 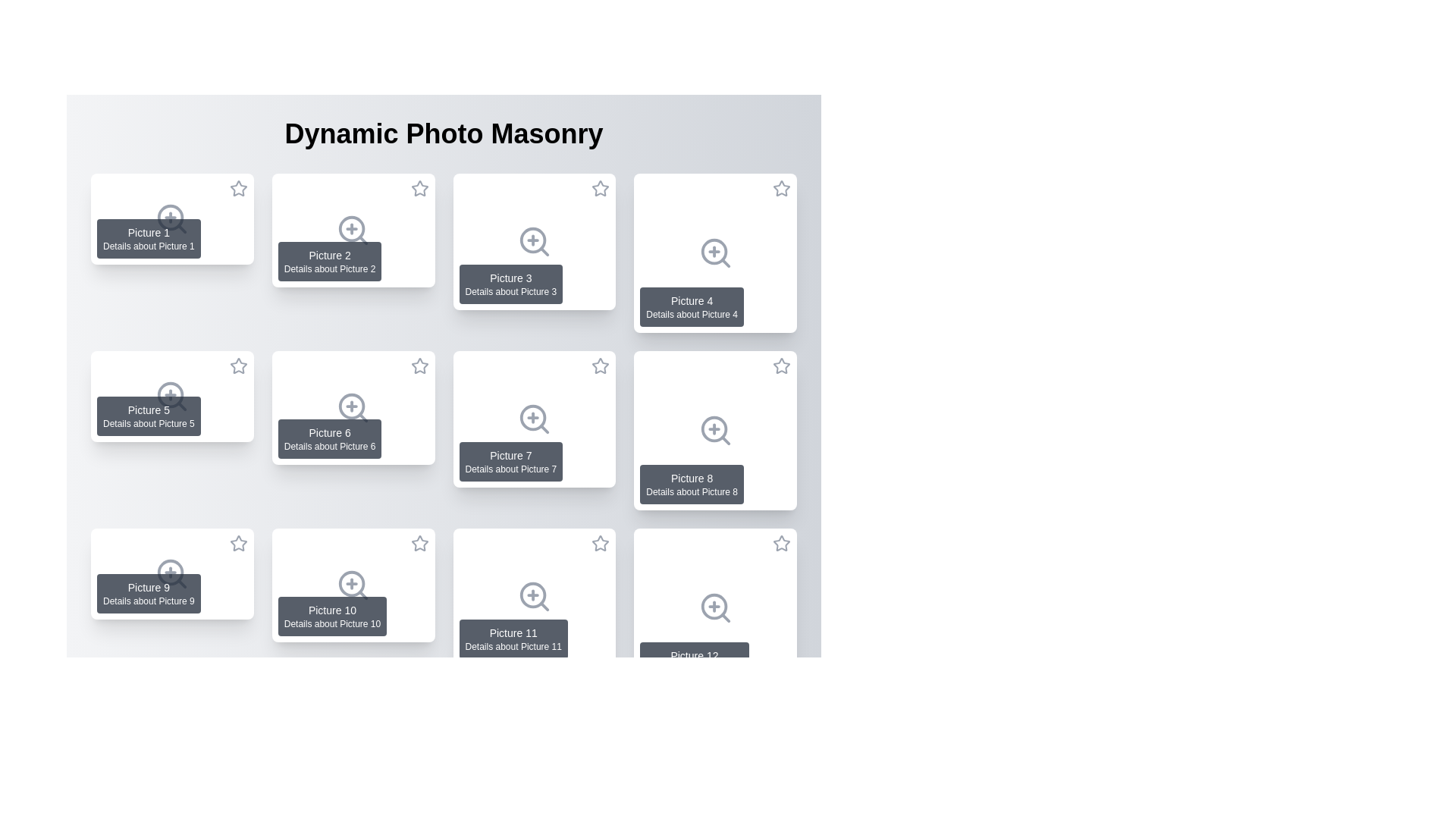 What do you see at coordinates (600, 369) in the screenshot?
I see `the star icon in the top-right corner of the card for 'Picture 7'` at bounding box center [600, 369].